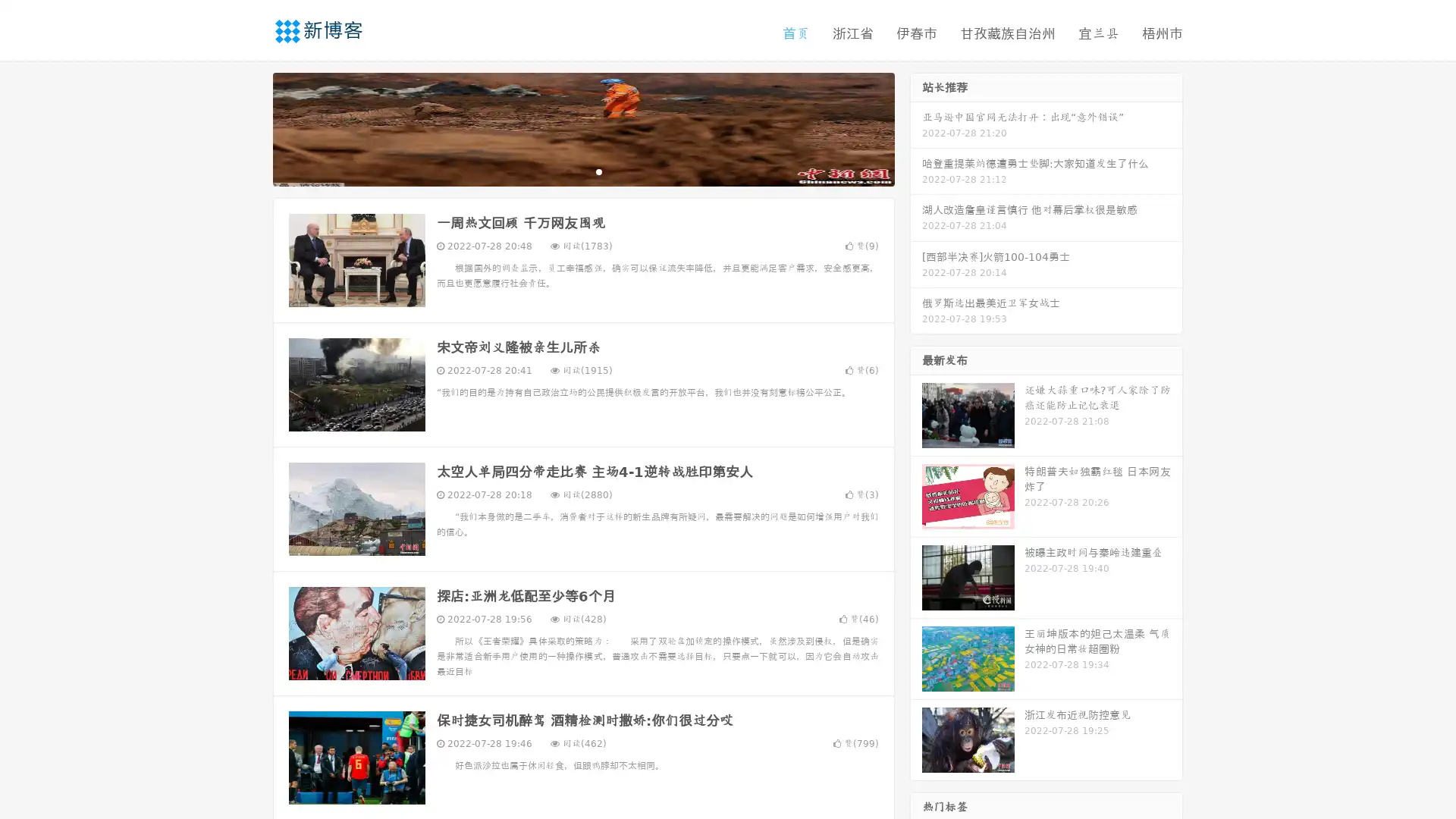 The height and width of the screenshot is (819, 1456). What do you see at coordinates (582, 171) in the screenshot?
I see `Go to slide 2` at bounding box center [582, 171].